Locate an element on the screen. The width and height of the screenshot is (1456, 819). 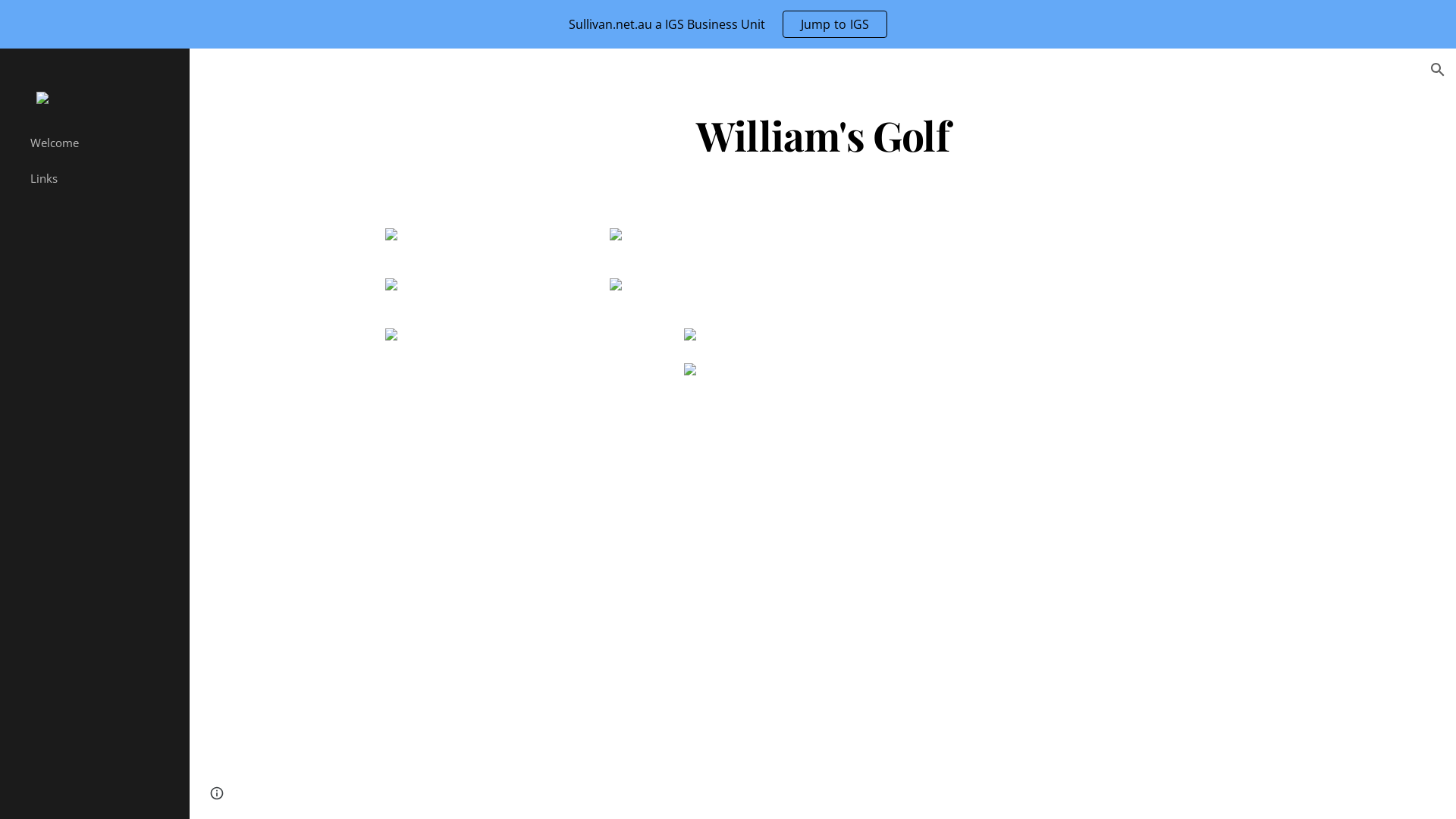
'Links' is located at coordinates (102, 177).